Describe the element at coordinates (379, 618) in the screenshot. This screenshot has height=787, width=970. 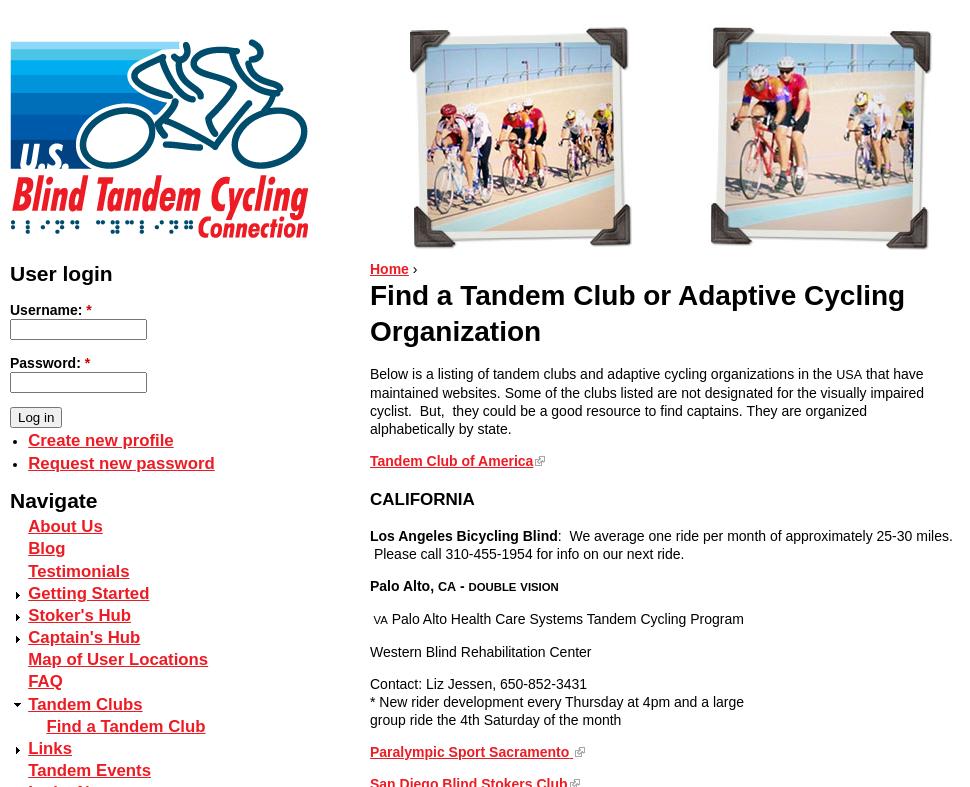
I see `'VA'` at that location.